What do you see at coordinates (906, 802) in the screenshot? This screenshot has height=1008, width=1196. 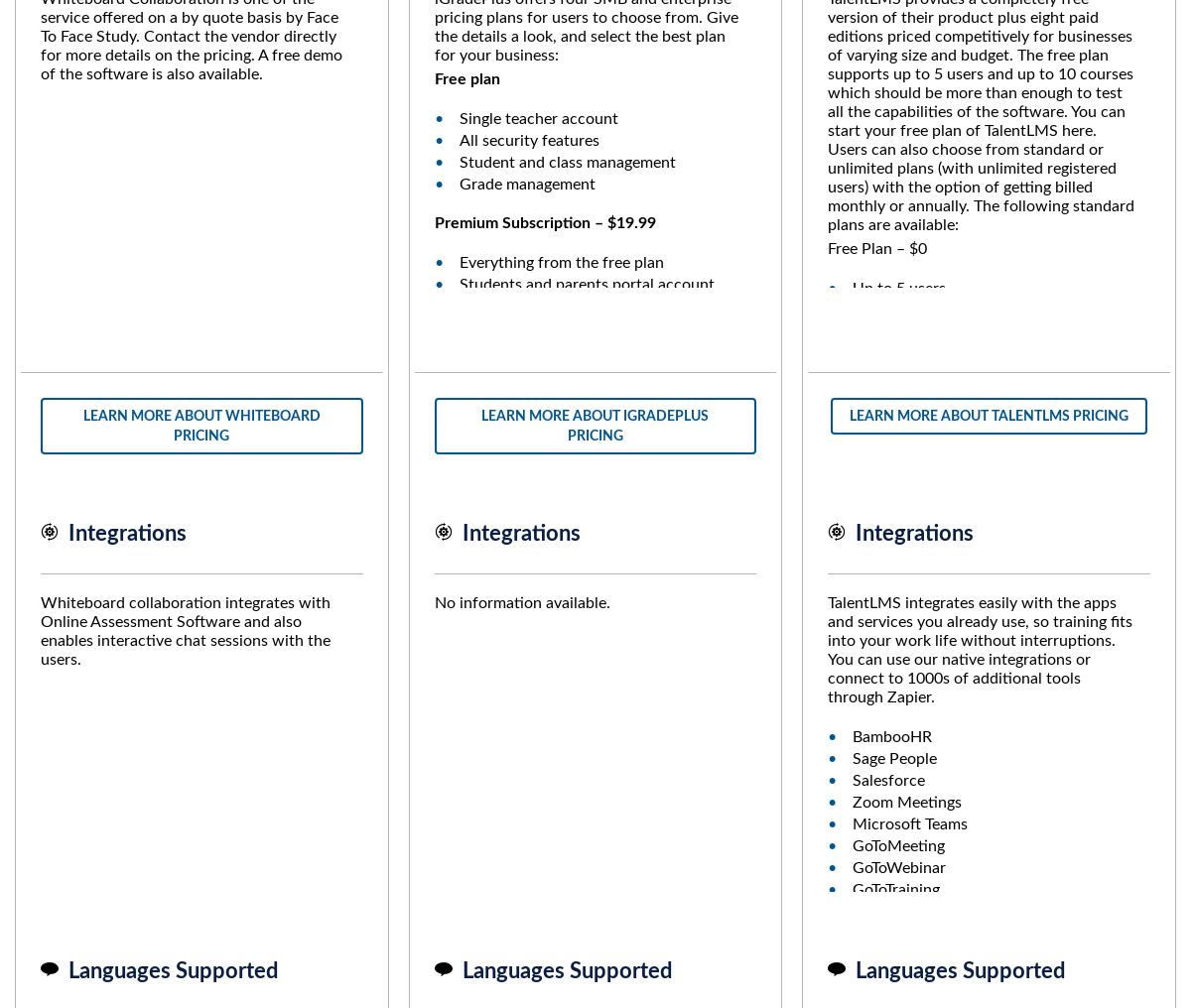 I see `'Zoom Meetings'` at bounding box center [906, 802].